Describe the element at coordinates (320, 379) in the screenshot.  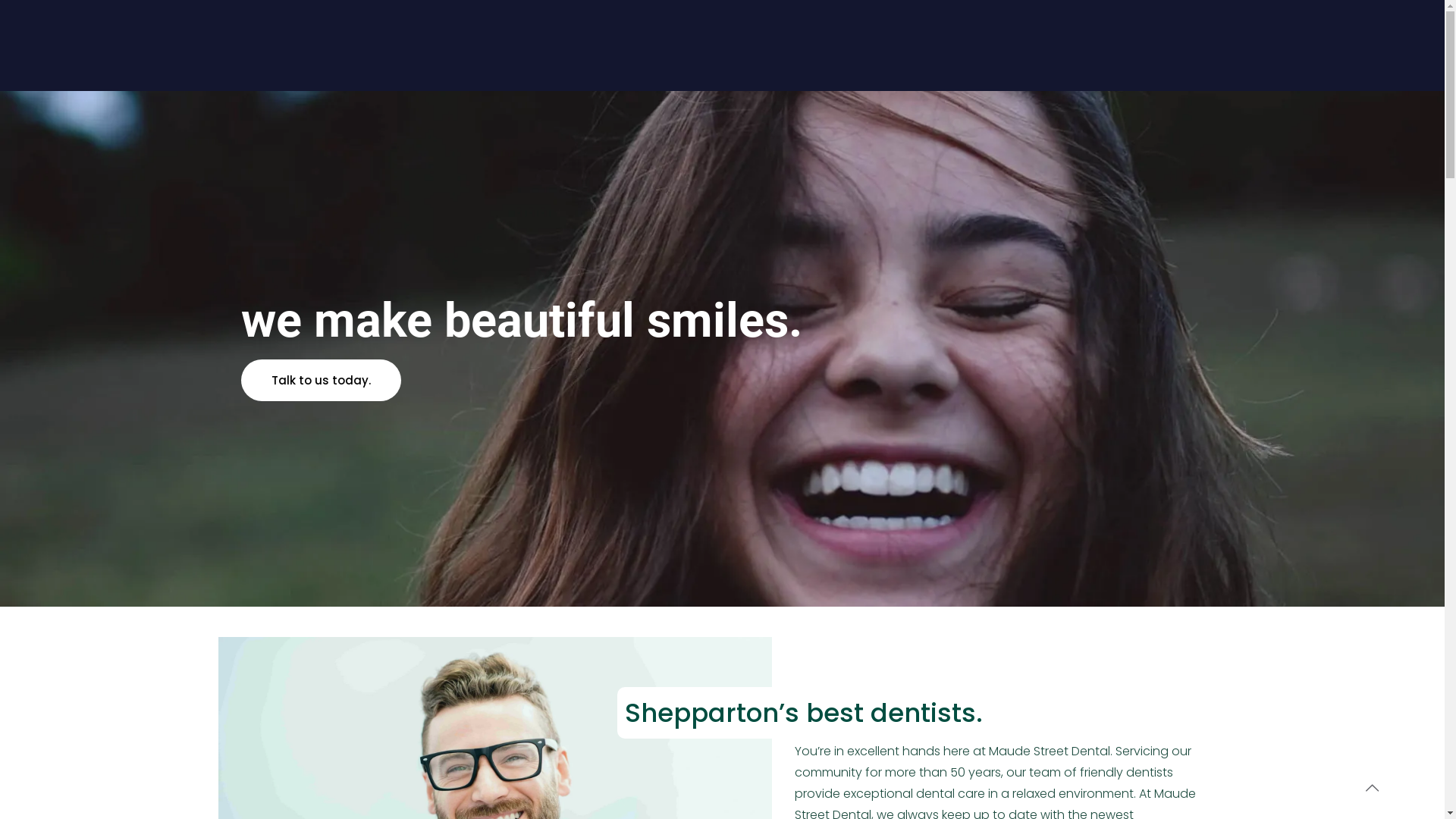
I see `'Talk to us today.'` at that location.